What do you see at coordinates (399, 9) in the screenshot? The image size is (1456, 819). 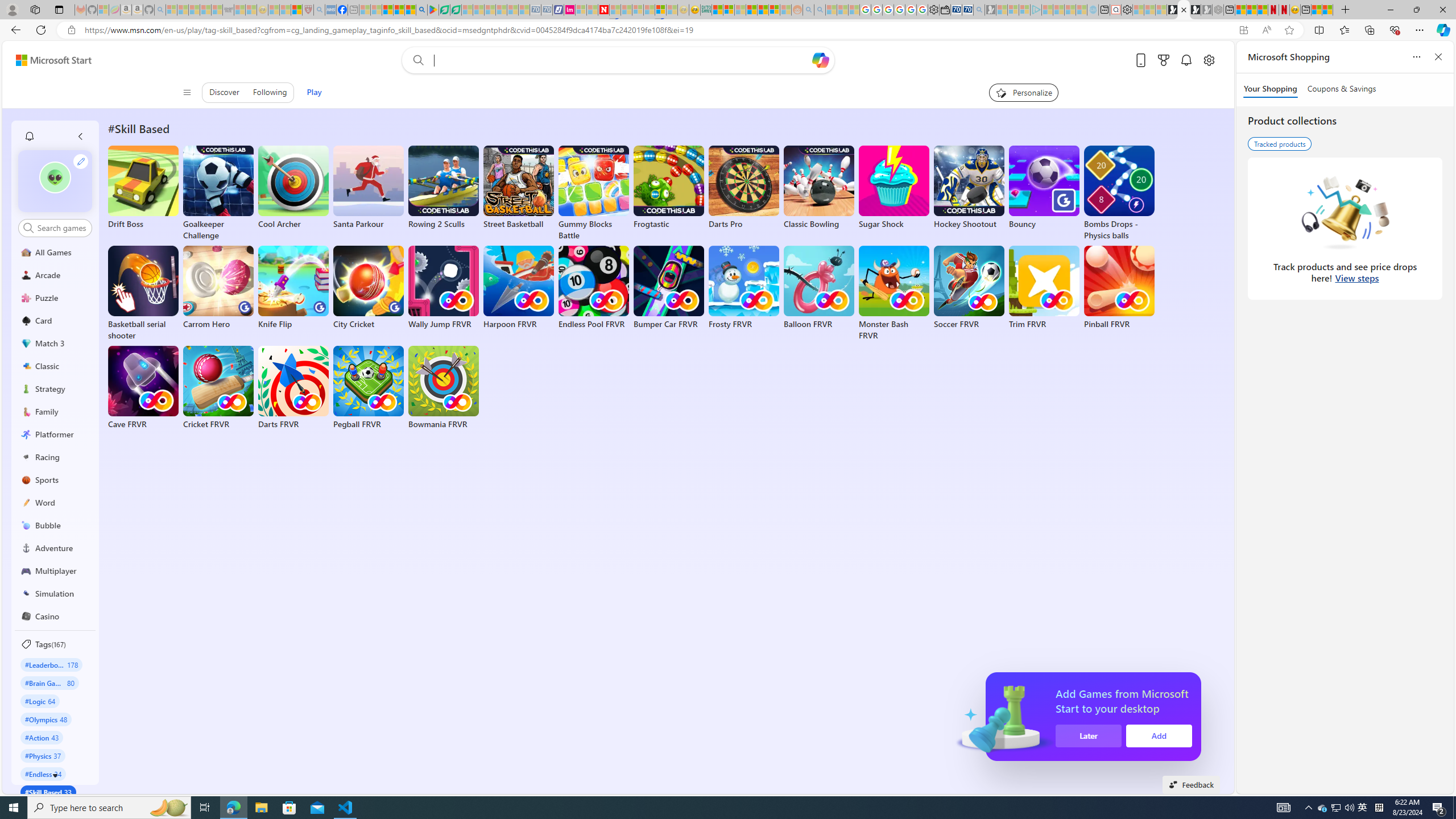 I see `'Pets - MSN'` at bounding box center [399, 9].